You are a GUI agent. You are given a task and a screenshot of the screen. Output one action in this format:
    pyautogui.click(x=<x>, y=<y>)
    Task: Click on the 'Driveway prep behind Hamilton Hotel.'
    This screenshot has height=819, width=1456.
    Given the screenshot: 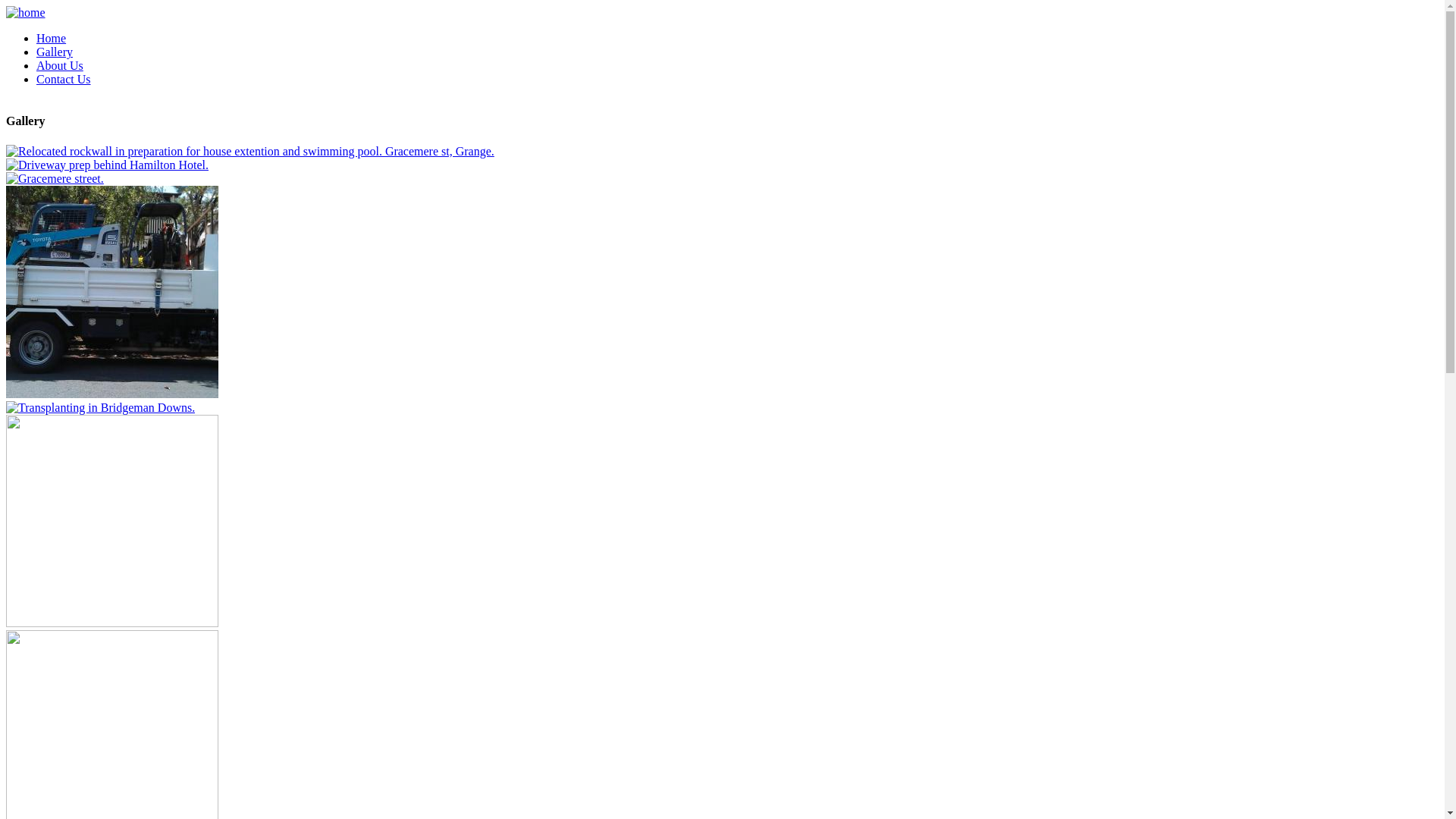 What is the action you would take?
    pyautogui.click(x=106, y=165)
    